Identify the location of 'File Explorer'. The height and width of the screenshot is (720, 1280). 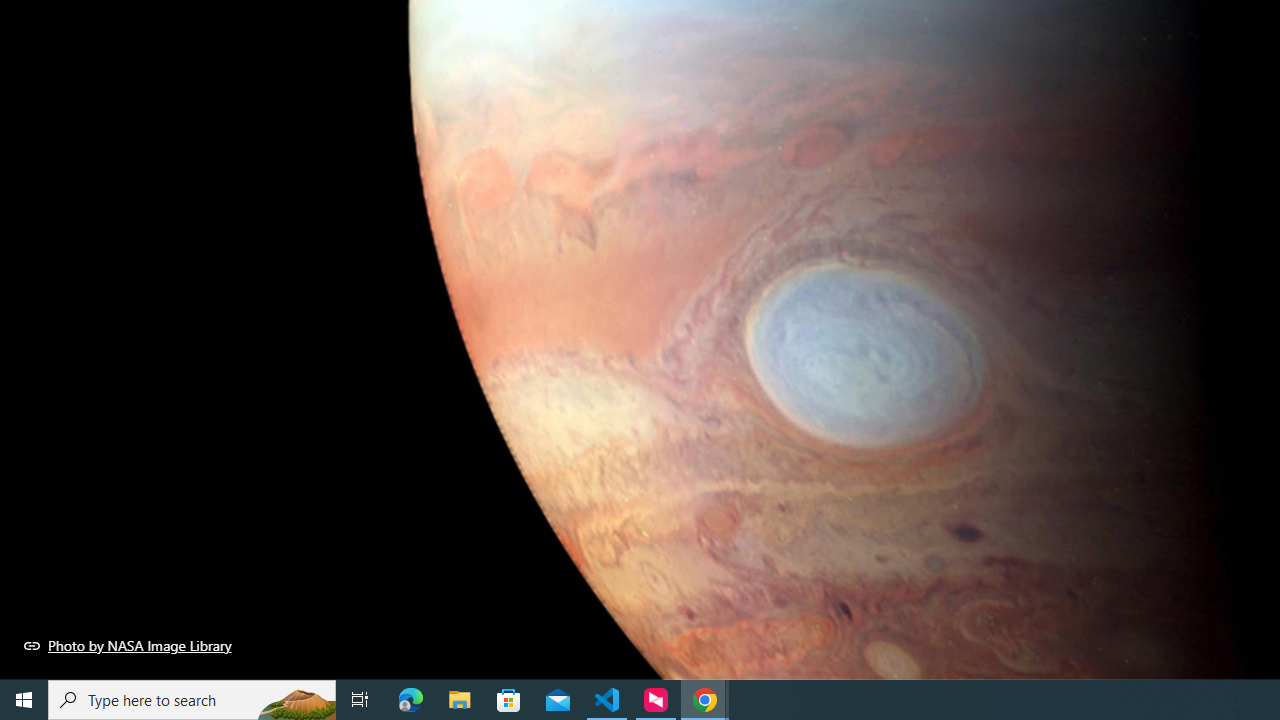
(459, 698).